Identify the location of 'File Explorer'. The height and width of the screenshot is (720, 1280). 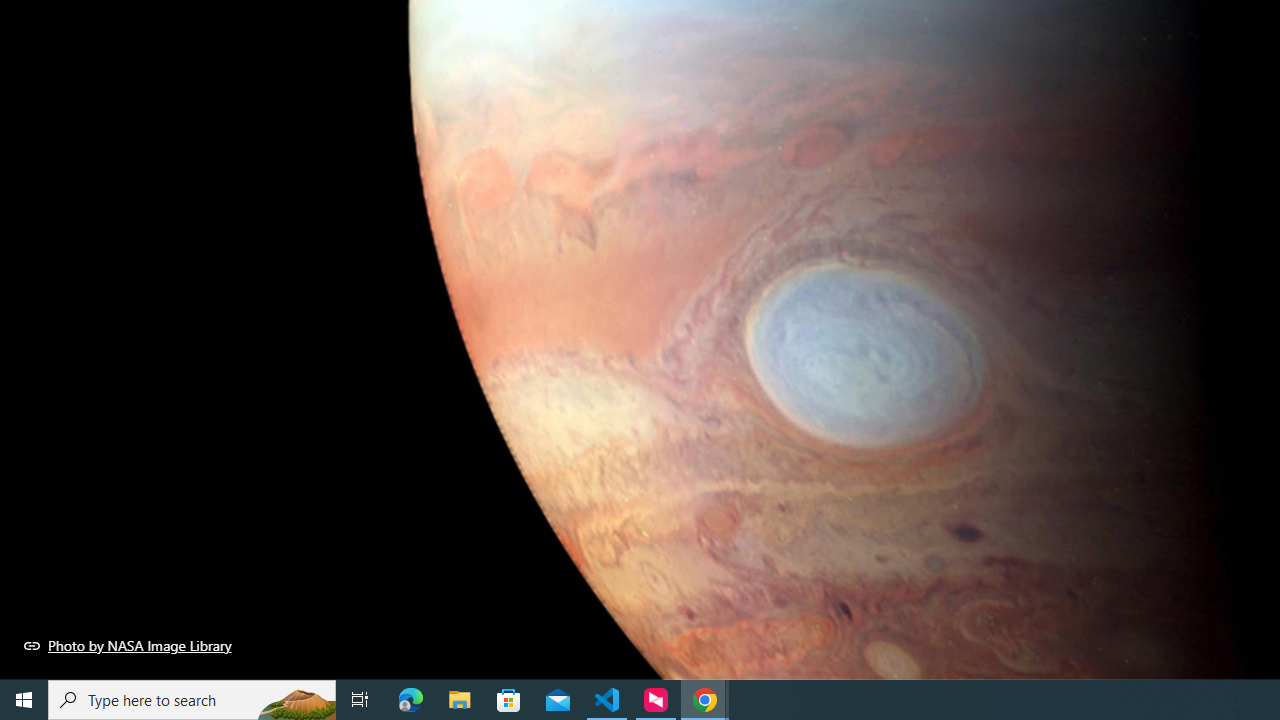
(459, 698).